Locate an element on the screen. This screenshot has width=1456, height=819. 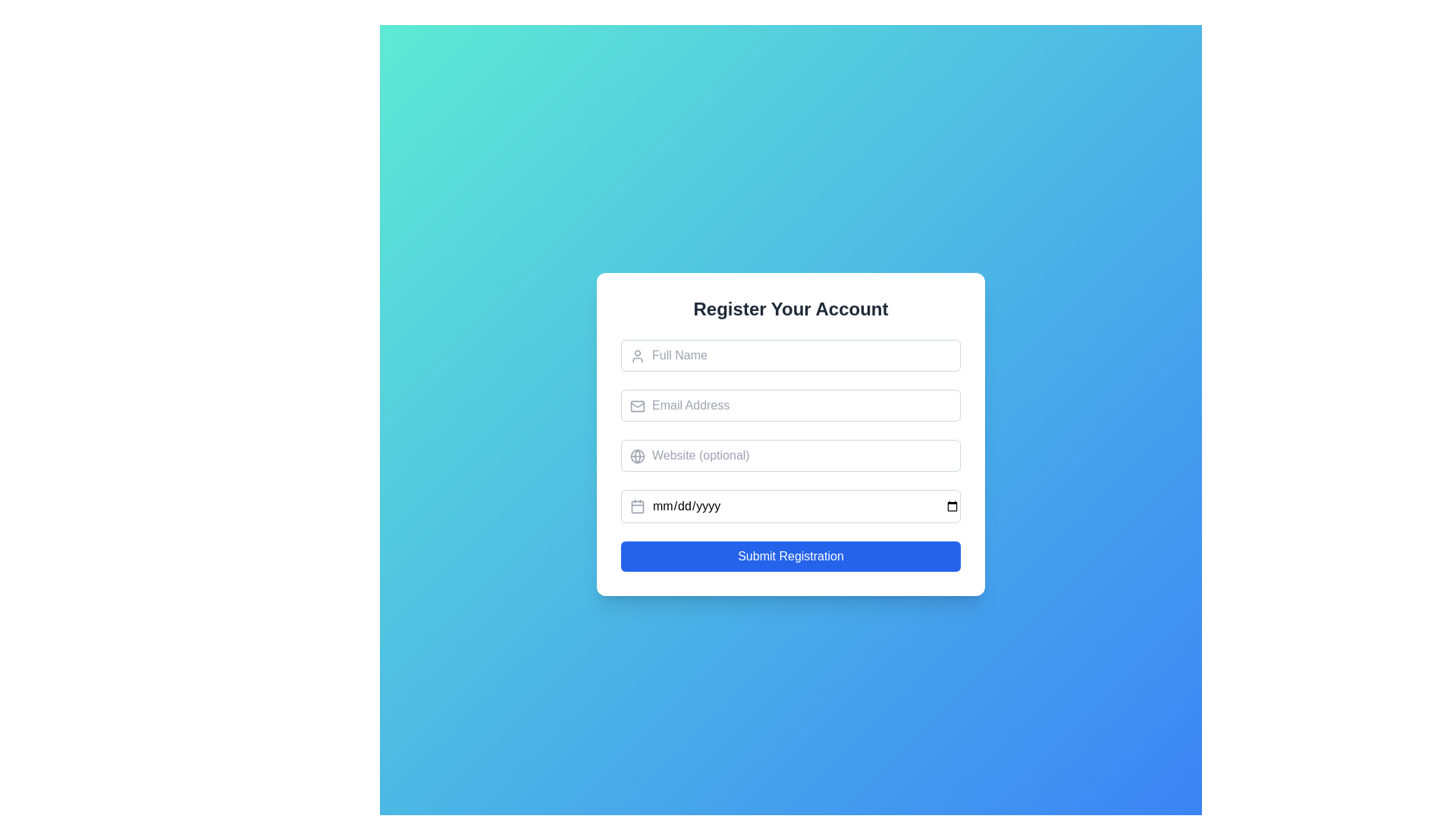
the SVG circle component representing a globe motif, located in the top-left corner of the 'Website (optional)' input field is located at coordinates (637, 455).